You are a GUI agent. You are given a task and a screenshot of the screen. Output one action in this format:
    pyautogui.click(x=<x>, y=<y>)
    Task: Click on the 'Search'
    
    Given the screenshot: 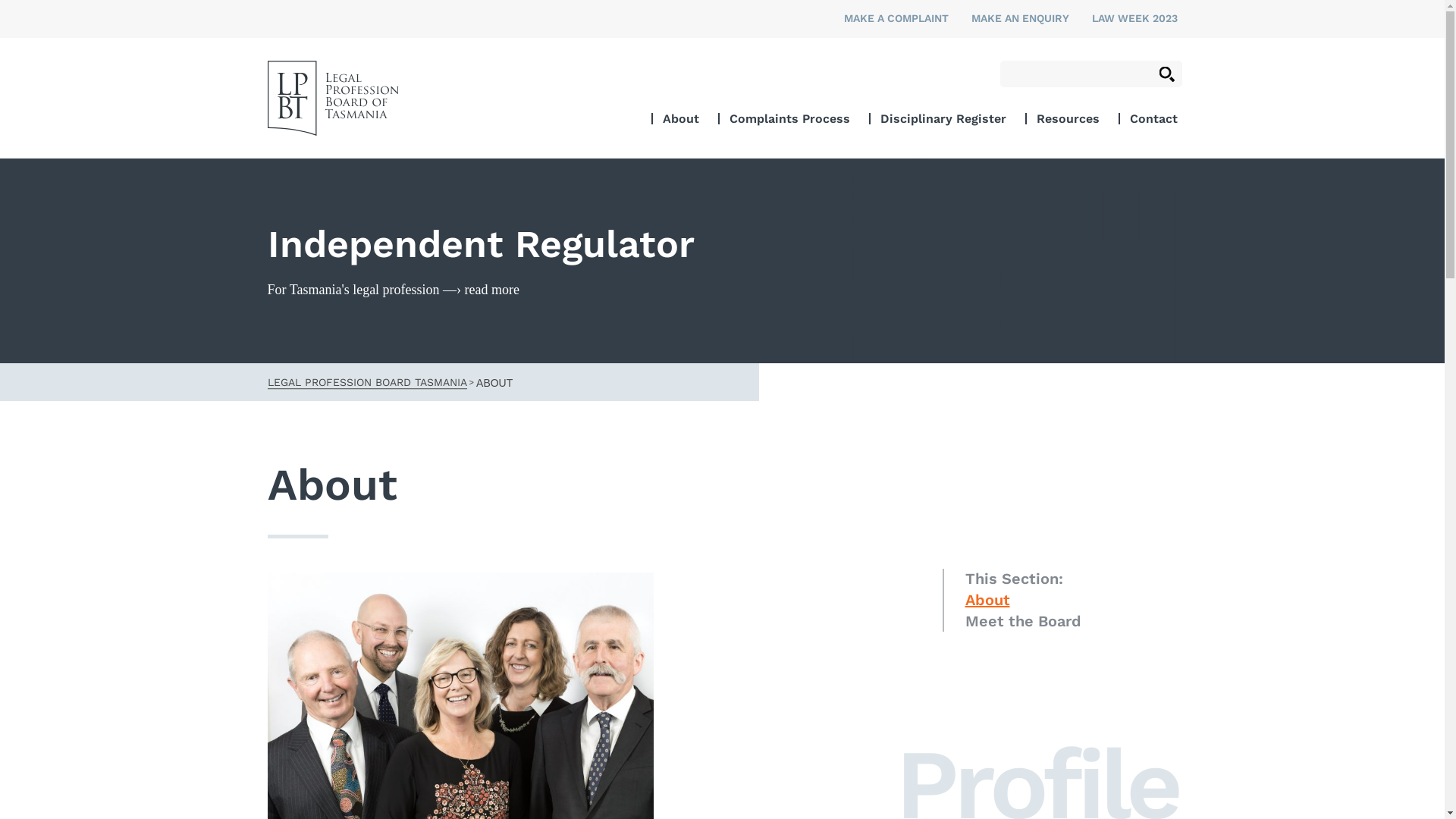 What is the action you would take?
    pyautogui.click(x=1166, y=74)
    